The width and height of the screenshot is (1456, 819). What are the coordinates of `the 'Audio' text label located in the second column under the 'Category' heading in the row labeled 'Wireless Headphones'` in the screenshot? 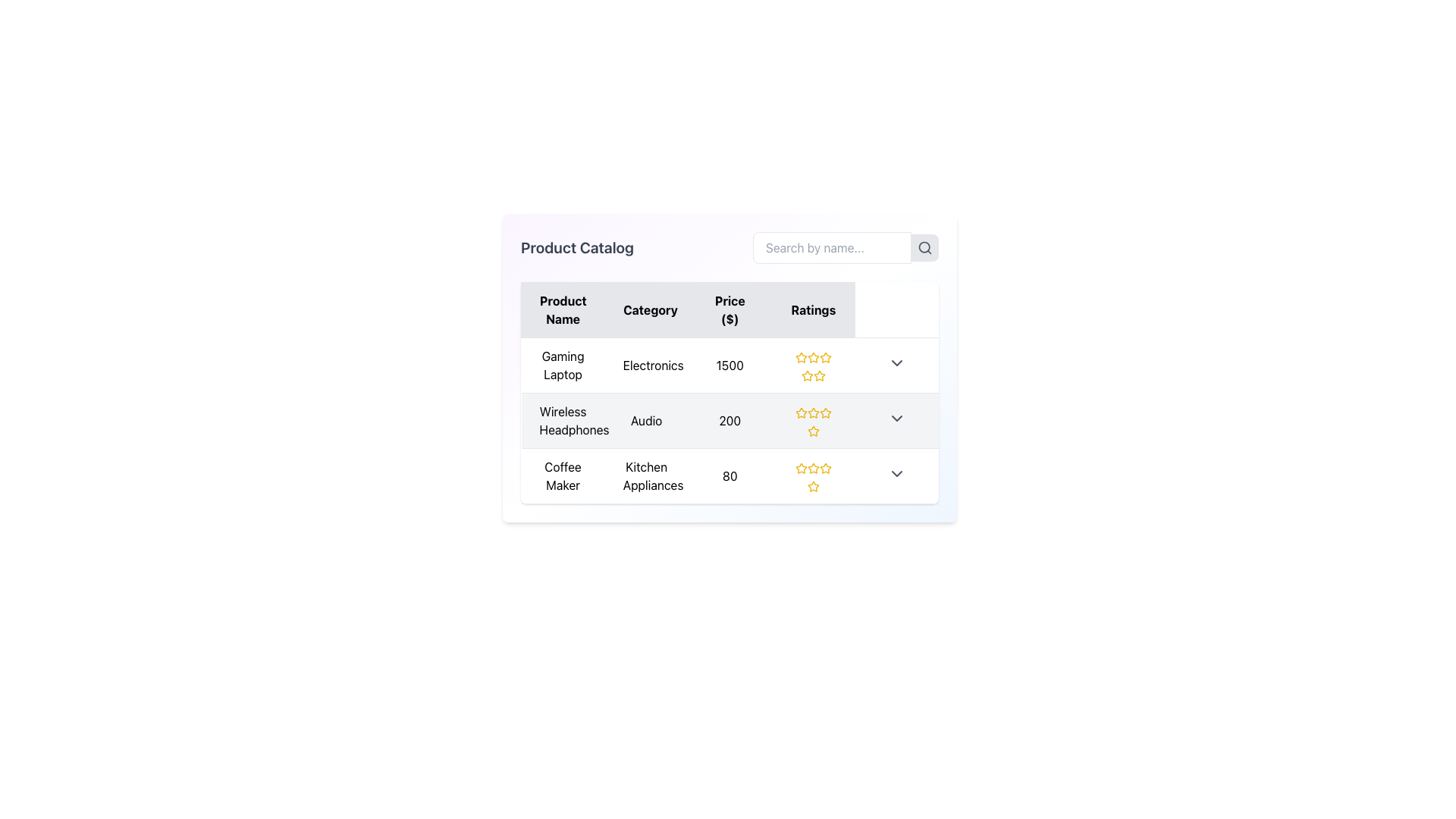 It's located at (646, 421).